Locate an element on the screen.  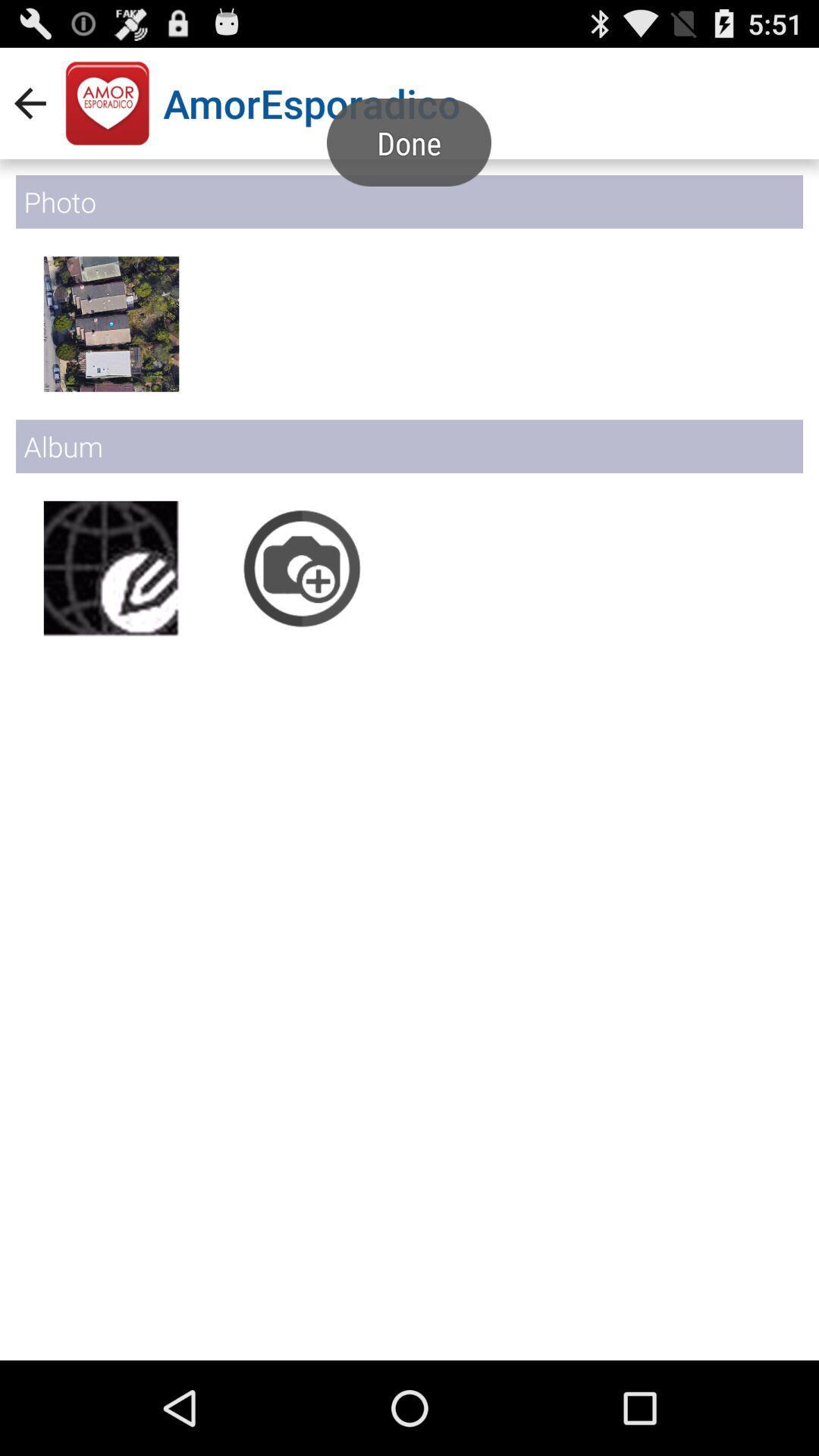
the photo icon is located at coordinates (302, 608).